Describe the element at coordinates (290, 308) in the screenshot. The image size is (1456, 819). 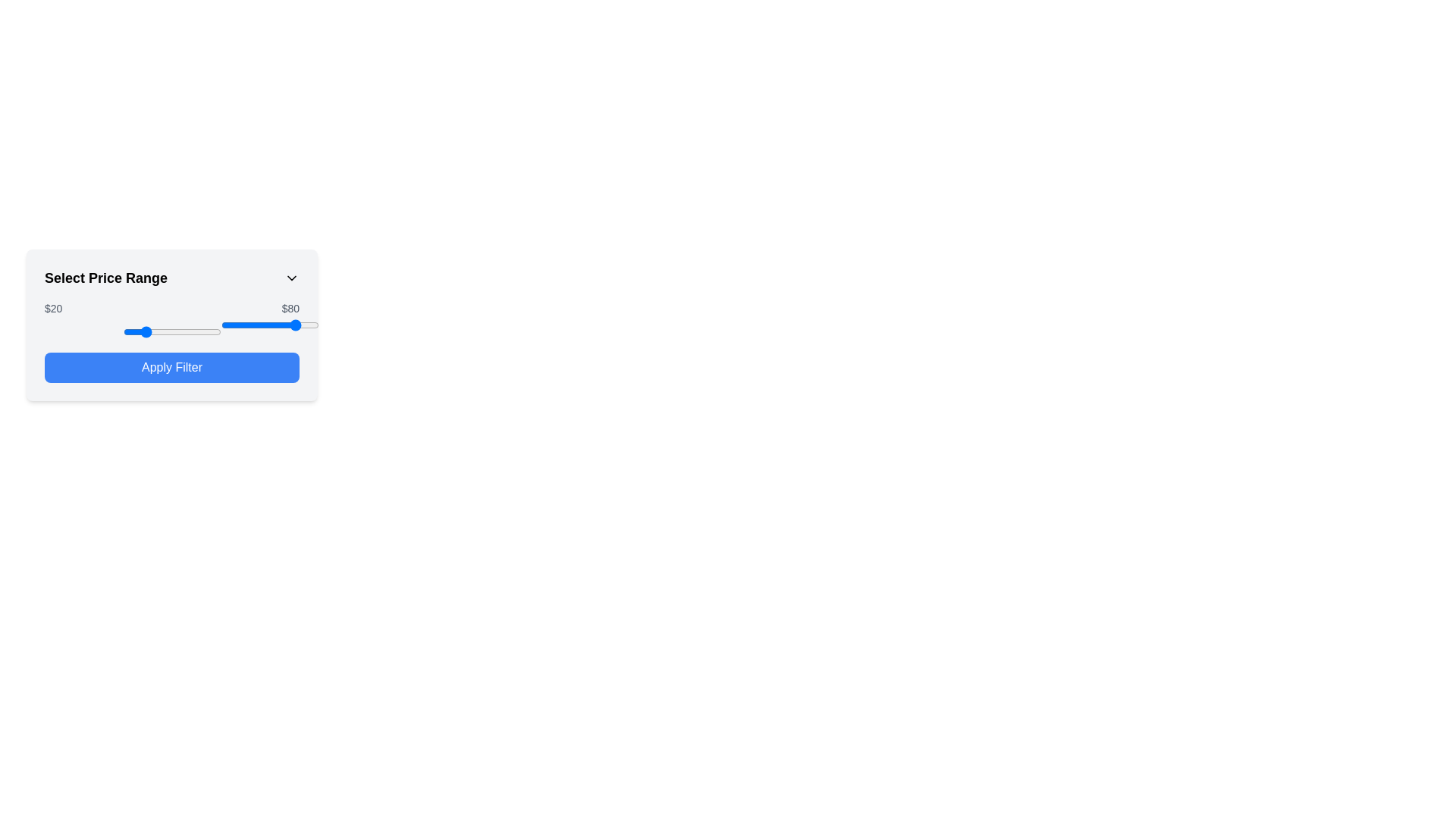
I see `the static text label indicating the maximum selectable value of the slider, which displays '$80' and is positioned on the far right near the slider's right handle` at that location.